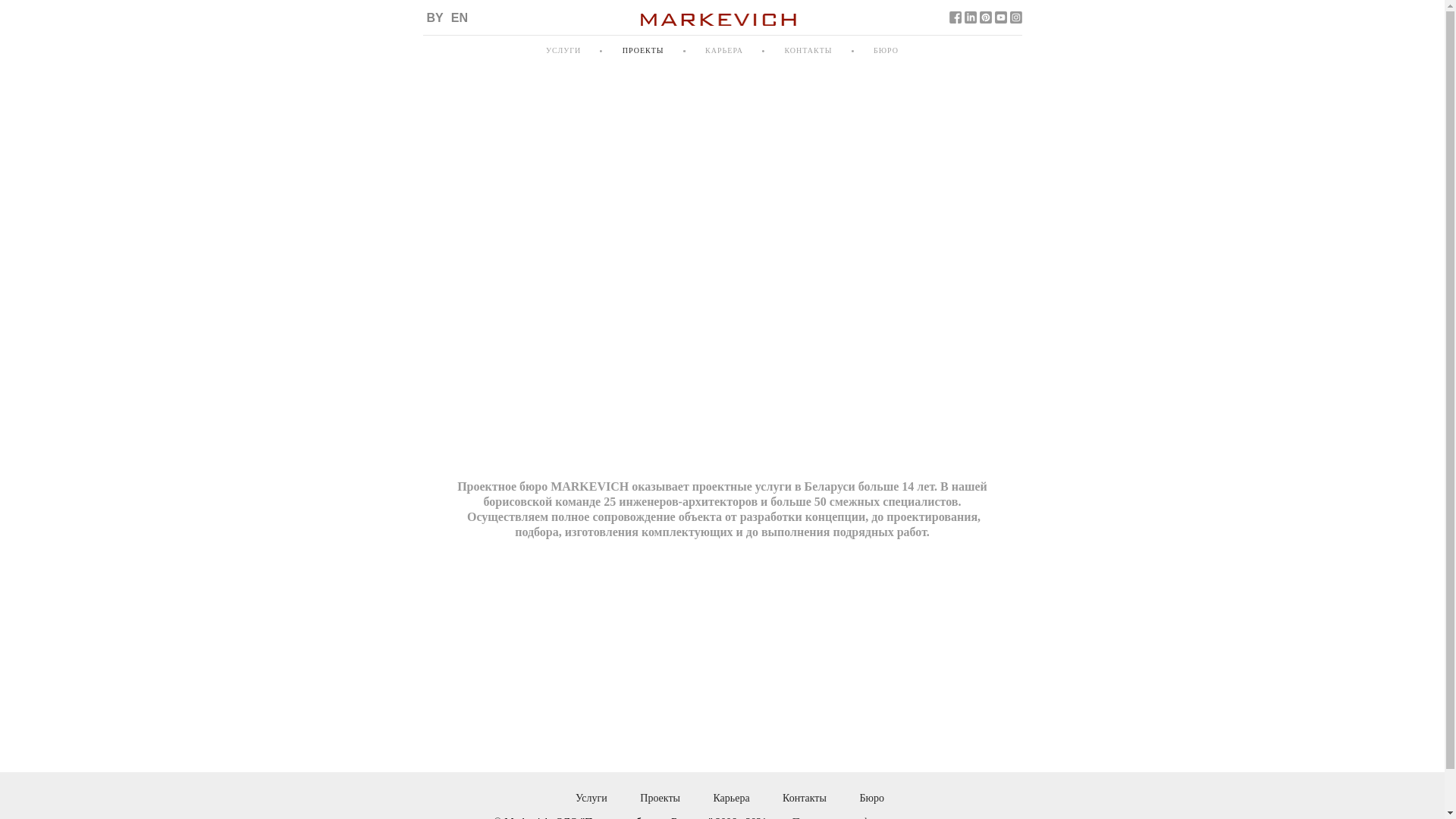 The height and width of the screenshot is (819, 1456). Describe the element at coordinates (435, 17) in the screenshot. I see `'BY'` at that location.